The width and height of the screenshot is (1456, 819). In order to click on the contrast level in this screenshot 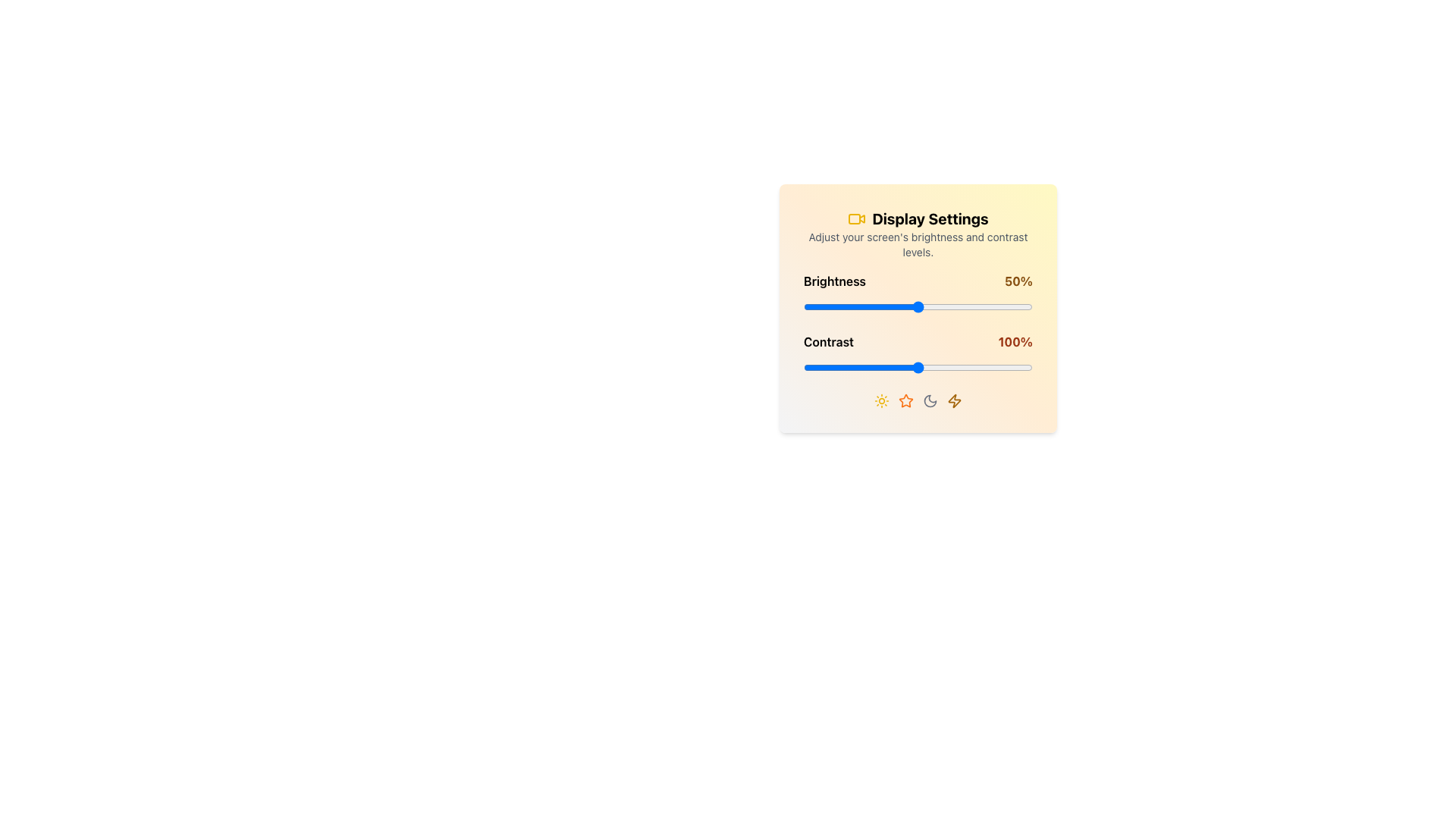, I will do `click(906, 368)`.